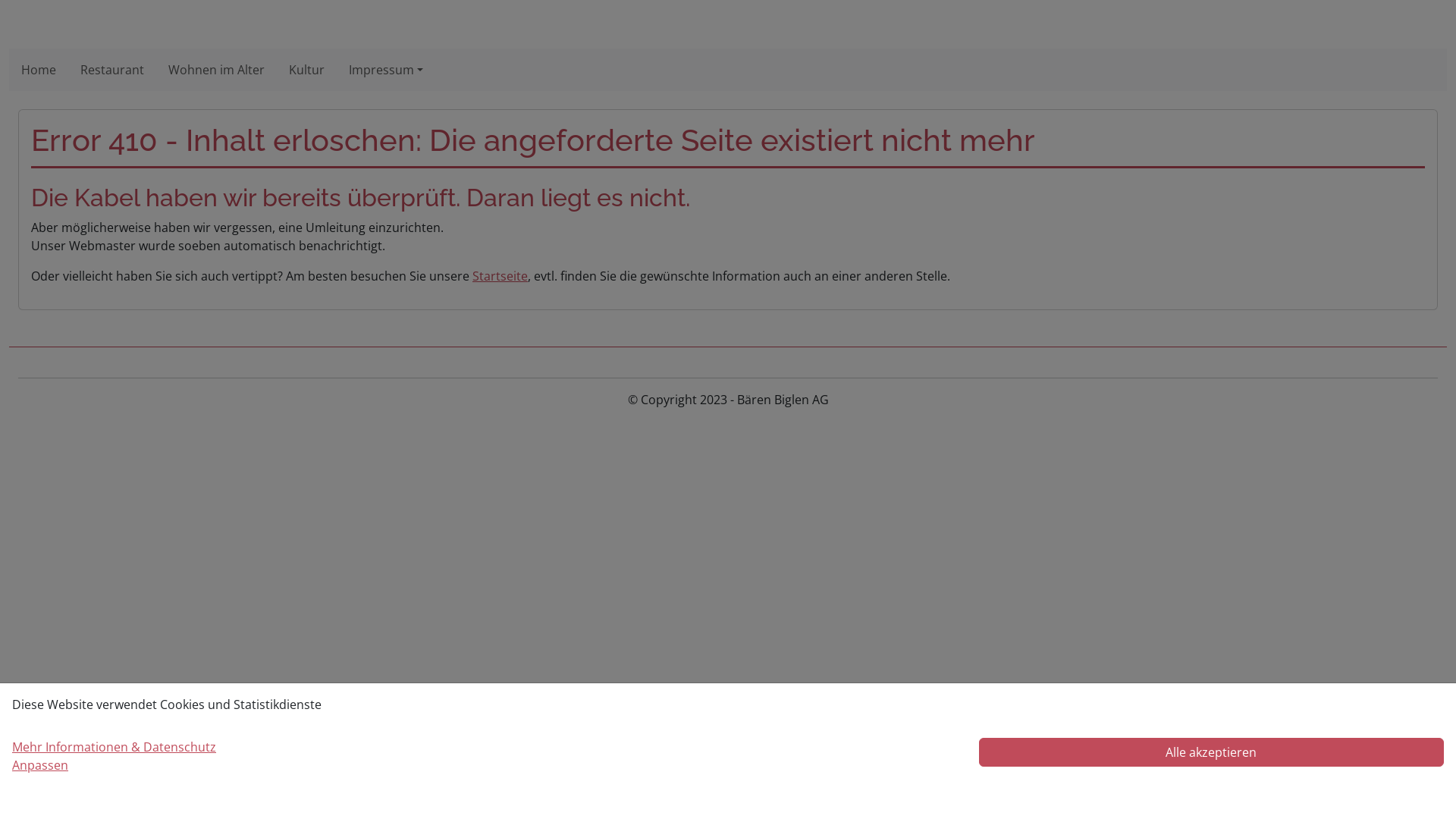  Describe the element at coordinates (1210, 752) in the screenshot. I see `'Alle akzeptieren'` at that location.